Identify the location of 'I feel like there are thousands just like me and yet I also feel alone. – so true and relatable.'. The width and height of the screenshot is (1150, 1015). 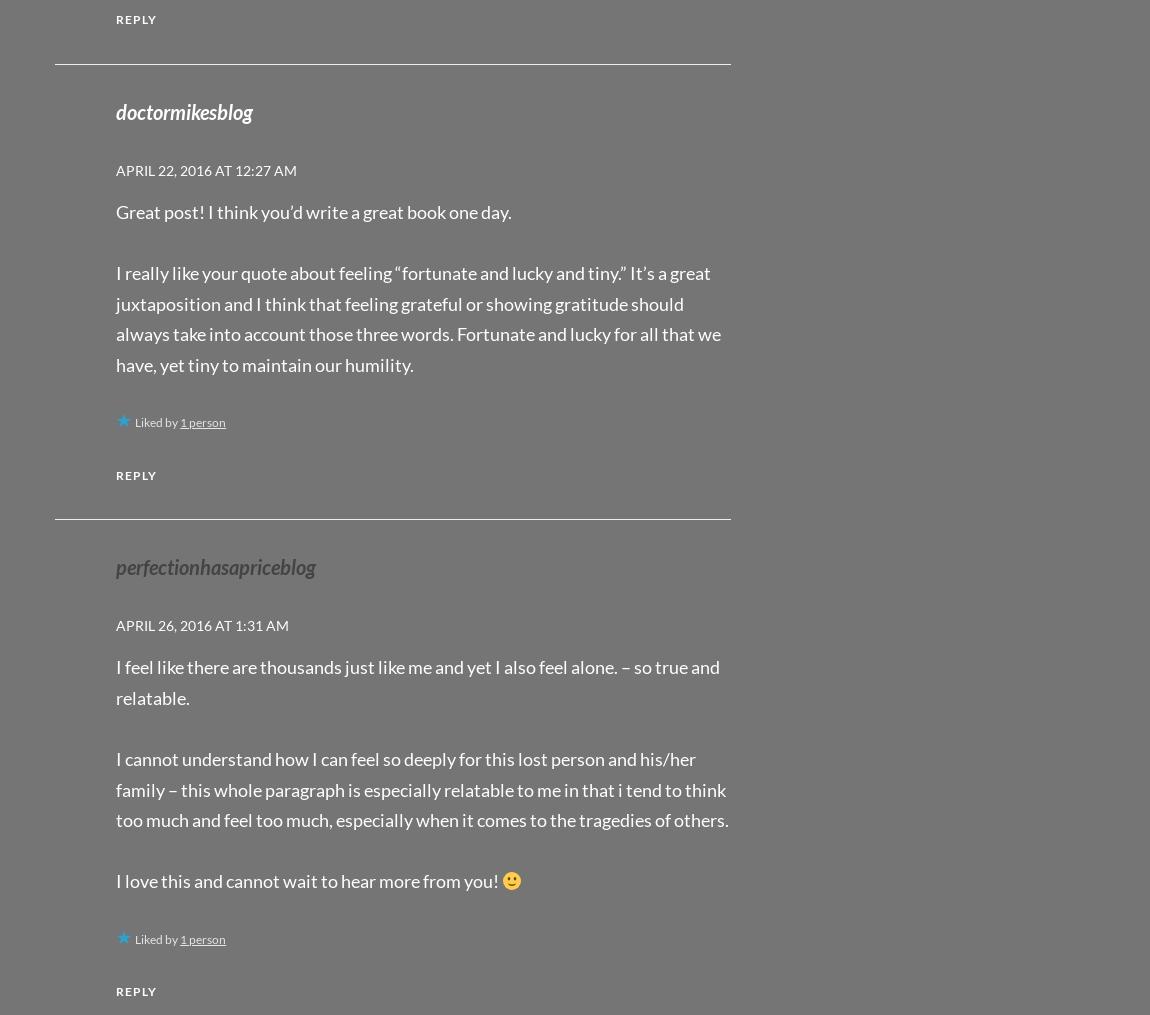
(418, 681).